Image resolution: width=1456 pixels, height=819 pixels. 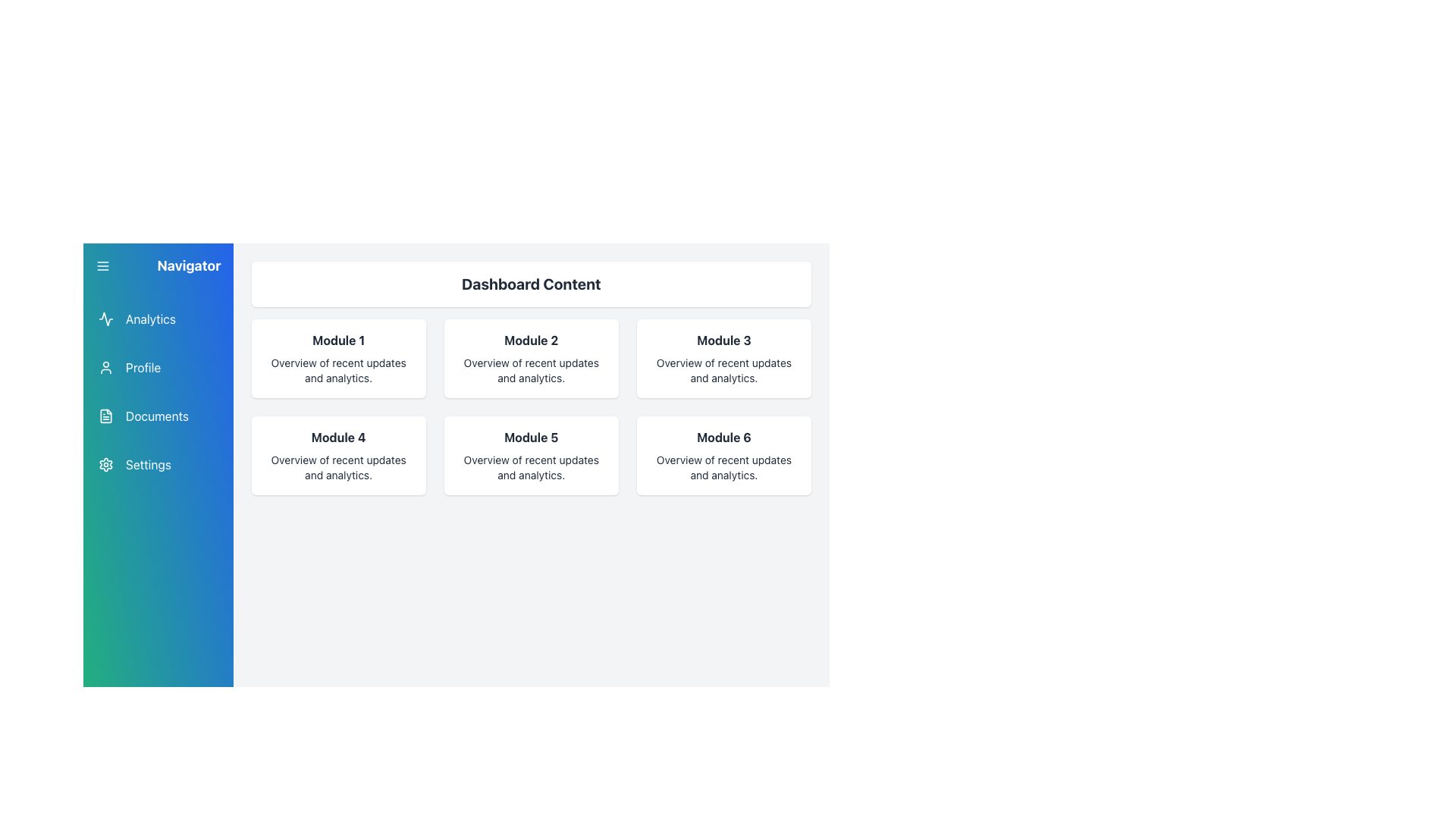 I want to click on the 'Settings' text label in the navigation menu, which indicates its role and is positioned to the right of a gear icon, so click(x=149, y=464).